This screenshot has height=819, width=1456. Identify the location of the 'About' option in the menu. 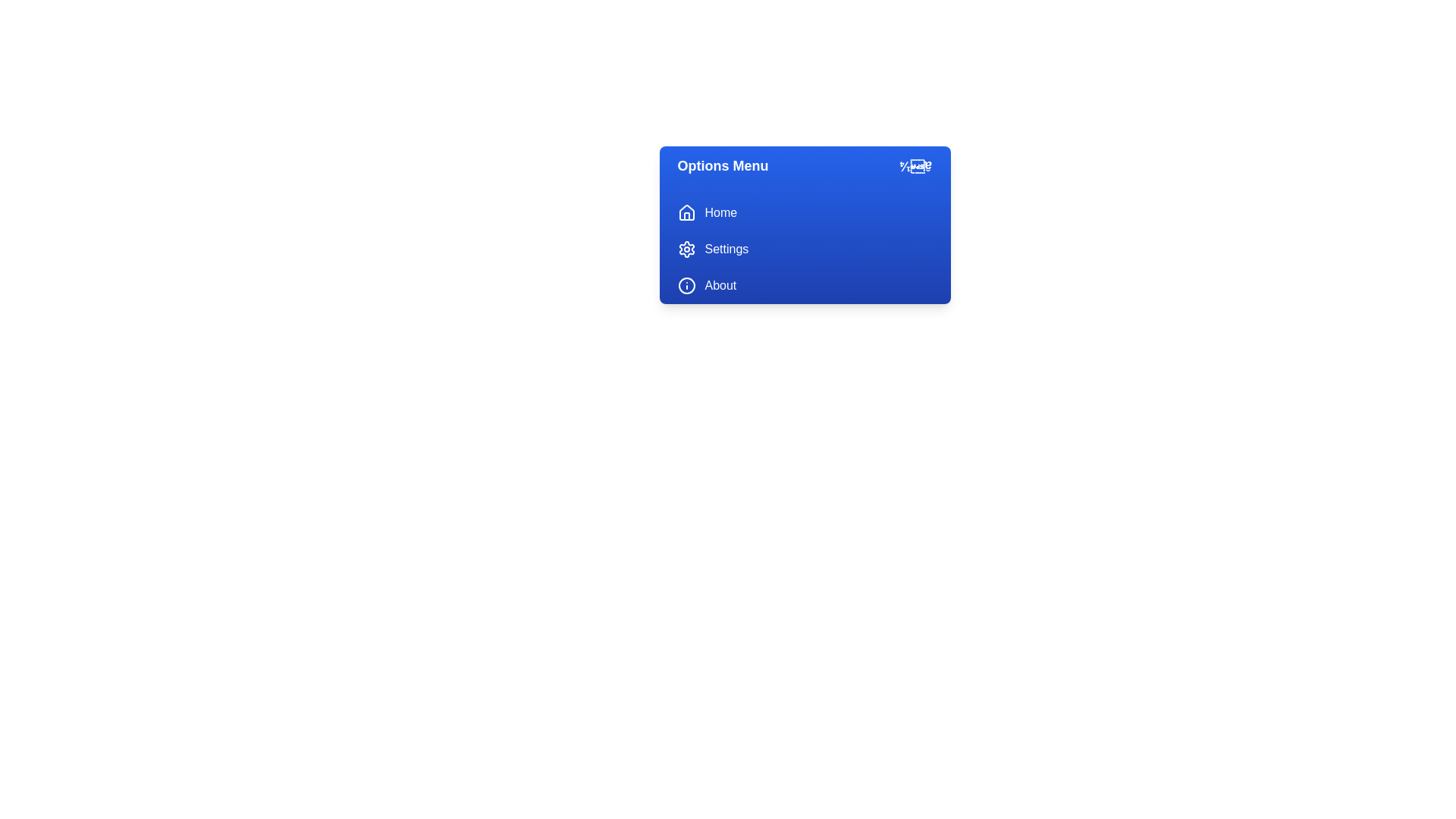
(804, 286).